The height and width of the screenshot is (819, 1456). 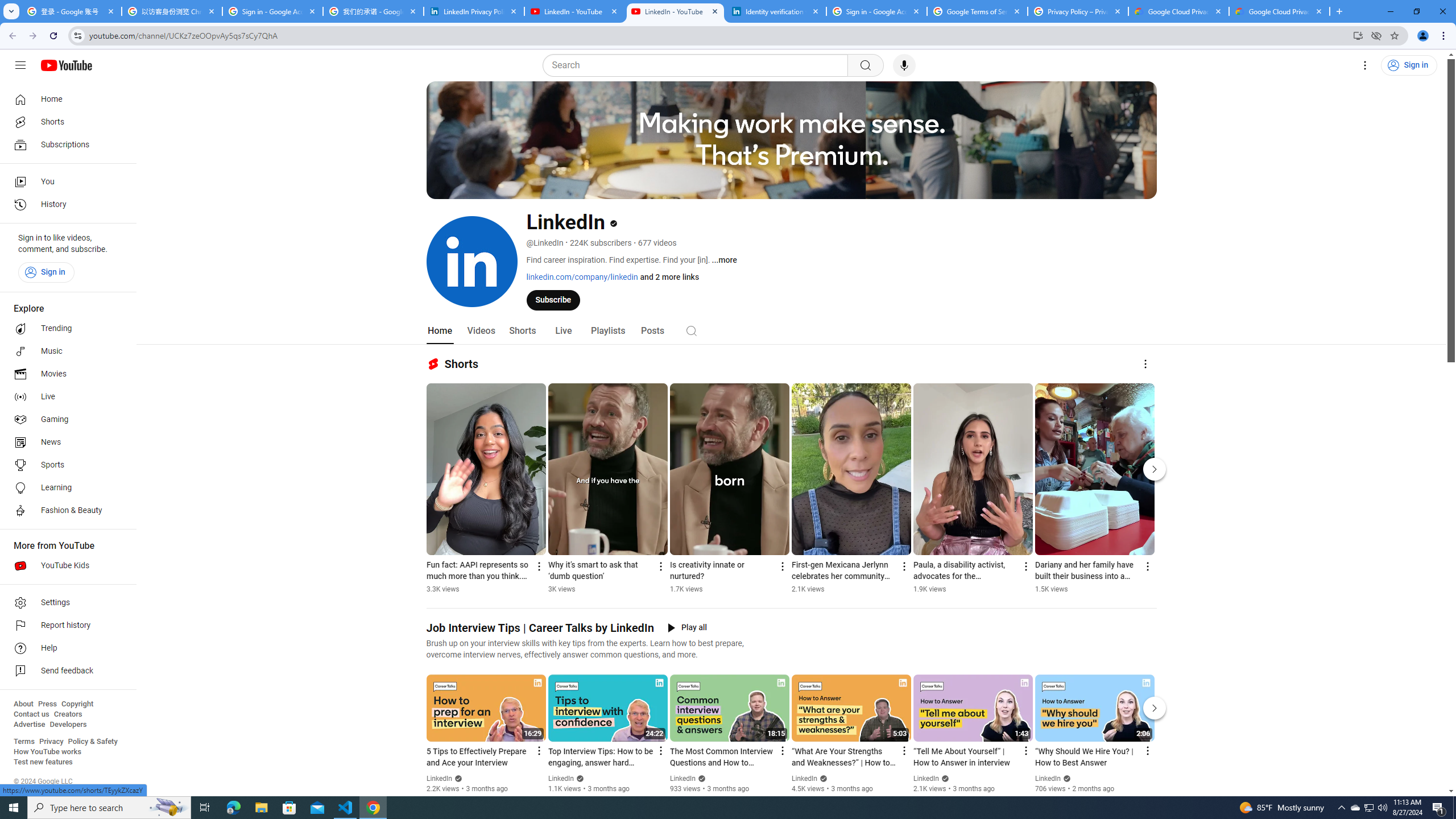 I want to click on 'Install YouTube', so click(x=1358, y=35).